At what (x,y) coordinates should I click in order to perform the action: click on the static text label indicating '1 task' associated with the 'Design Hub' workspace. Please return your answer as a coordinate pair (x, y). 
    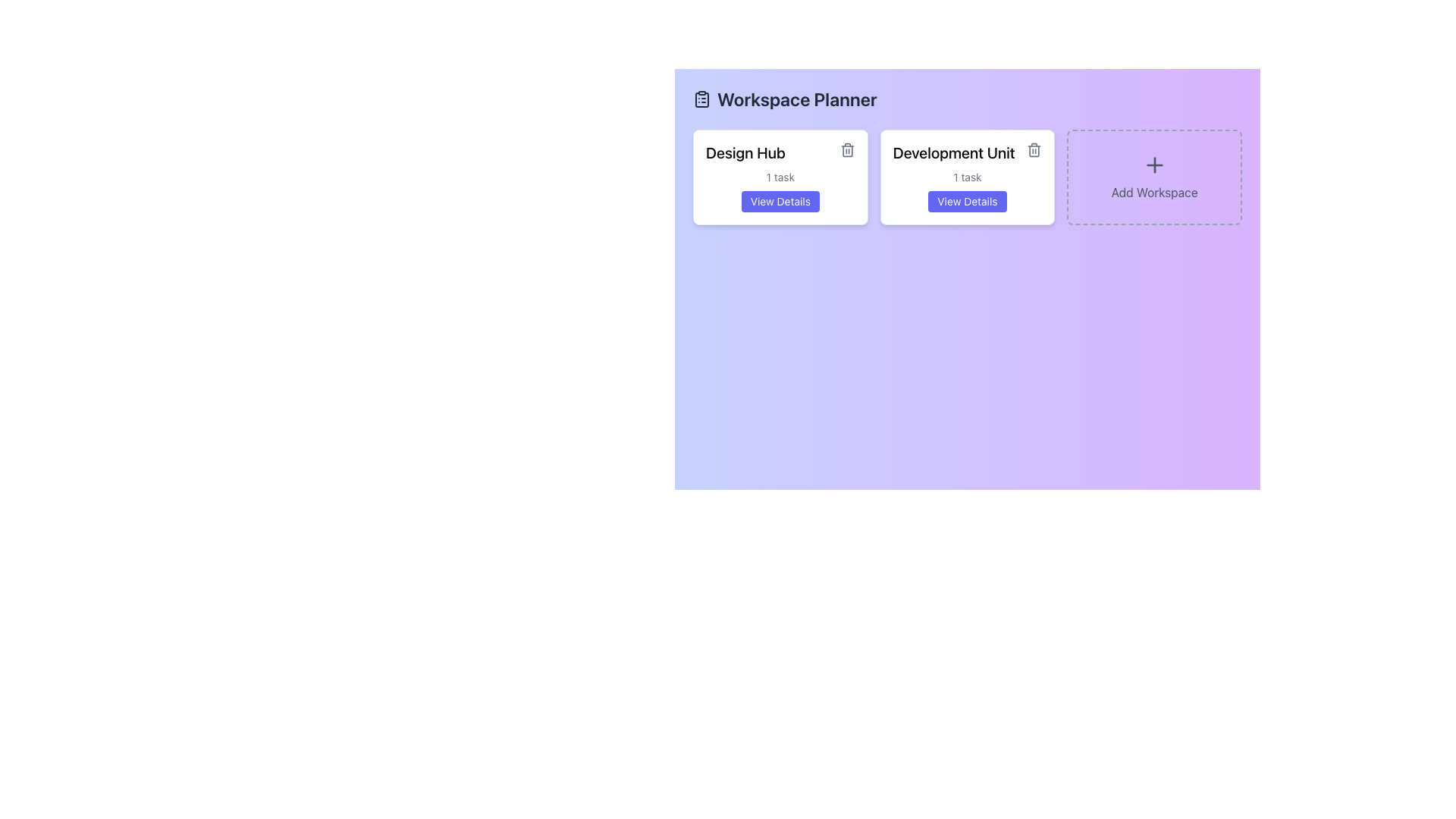
    Looking at the image, I should click on (780, 177).